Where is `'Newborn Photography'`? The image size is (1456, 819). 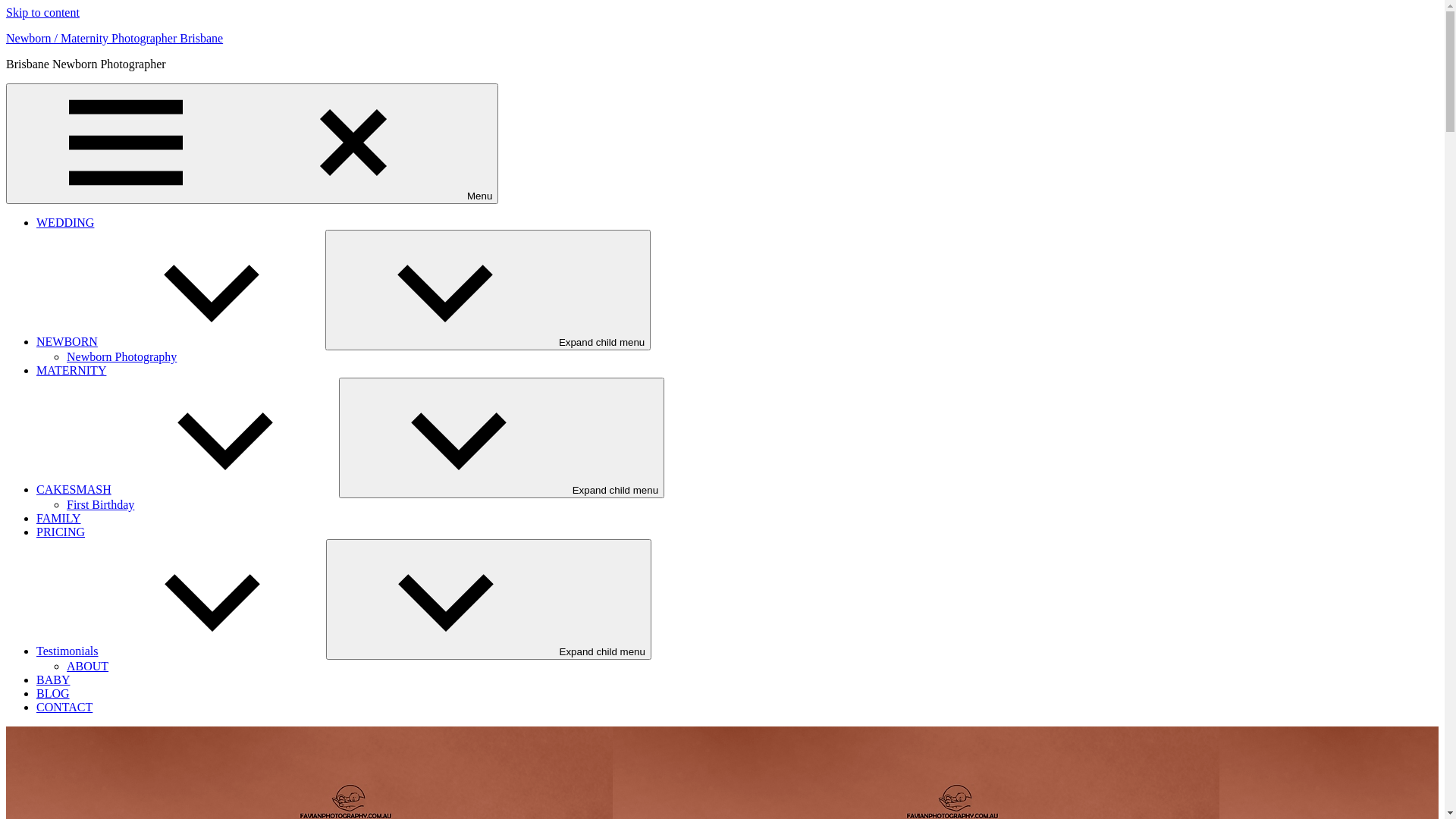 'Newborn Photography' is located at coordinates (121, 356).